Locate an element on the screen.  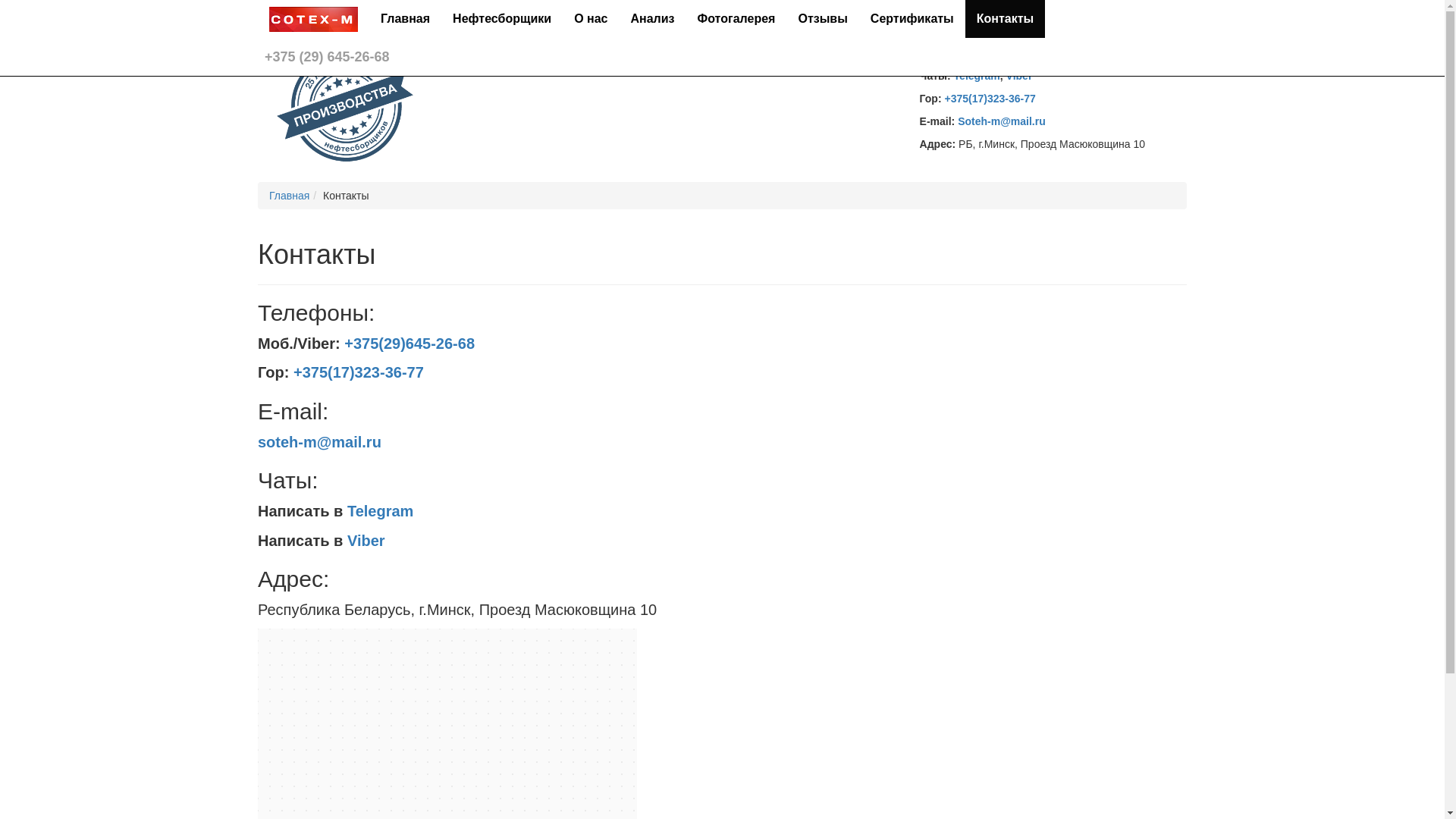
'+375(29)645-26-68' is located at coordinates (409, 343).